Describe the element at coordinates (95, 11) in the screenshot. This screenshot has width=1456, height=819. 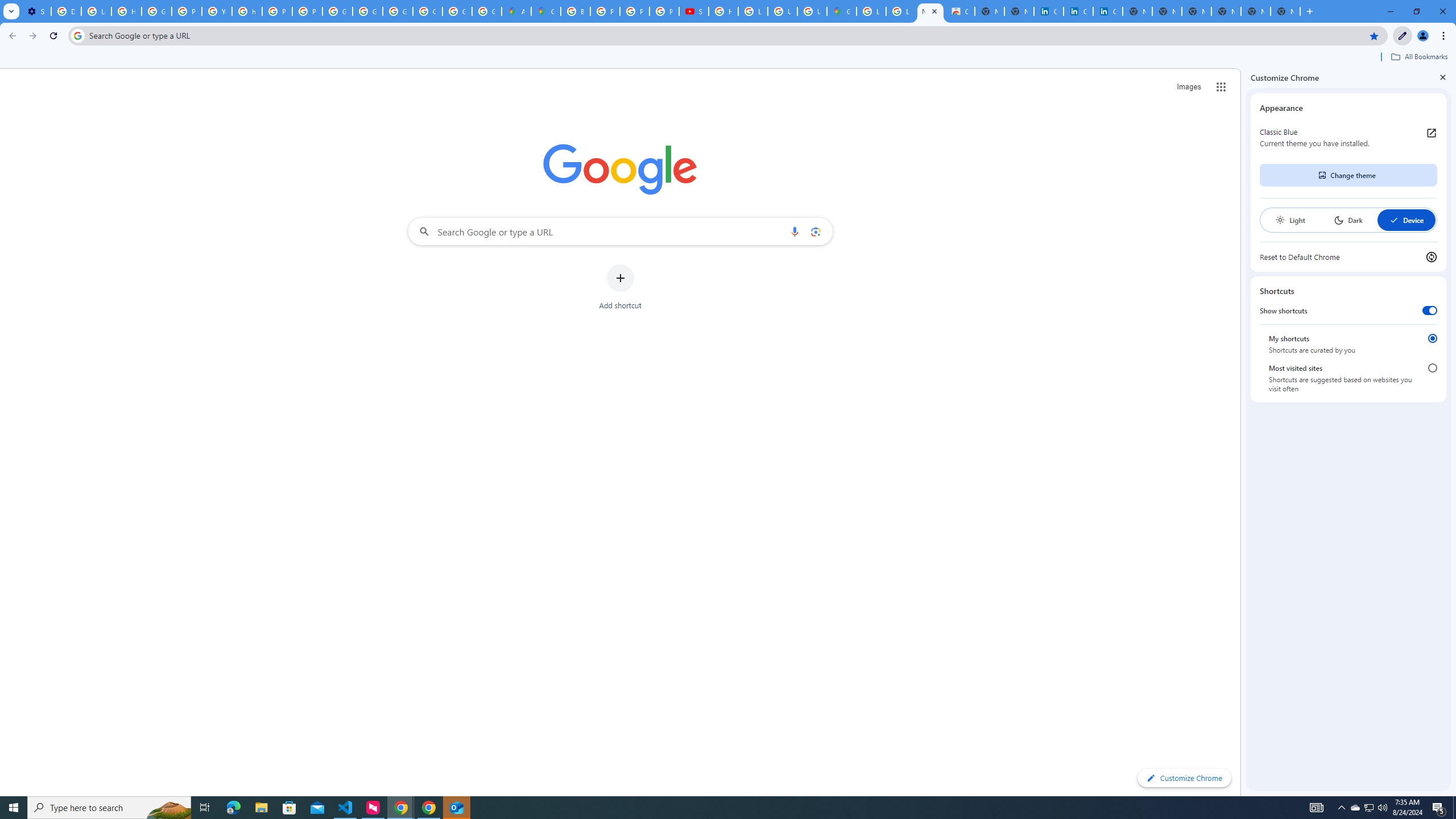
I see `'Learn how to find your photos - Google Photos Help'` at that location.